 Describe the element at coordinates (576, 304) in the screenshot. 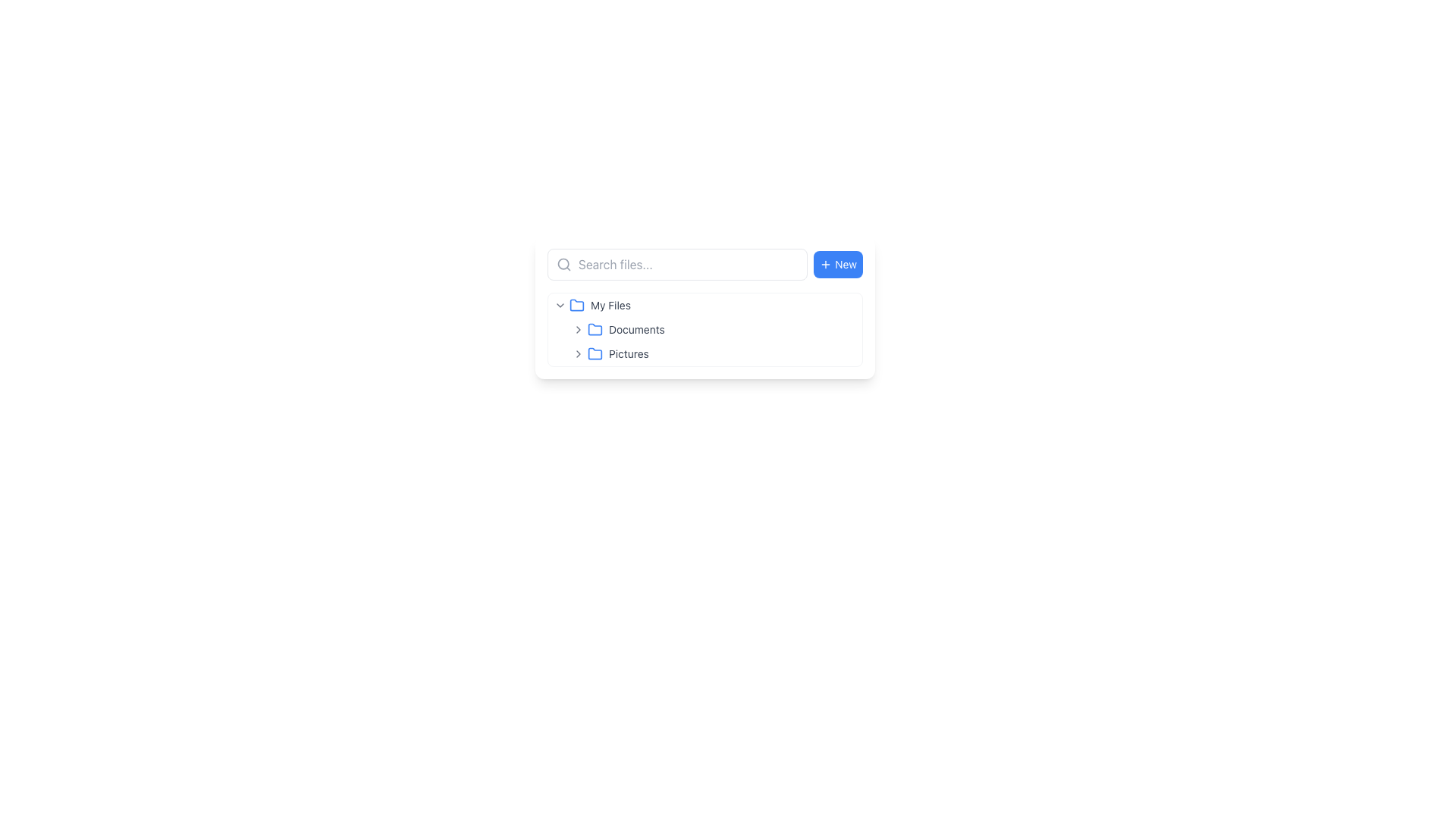

I see `the folder icon, which is a rounded SVG vector graphic located to the left of the 'My Files' label in the top section of the file hierarchy` at that location.